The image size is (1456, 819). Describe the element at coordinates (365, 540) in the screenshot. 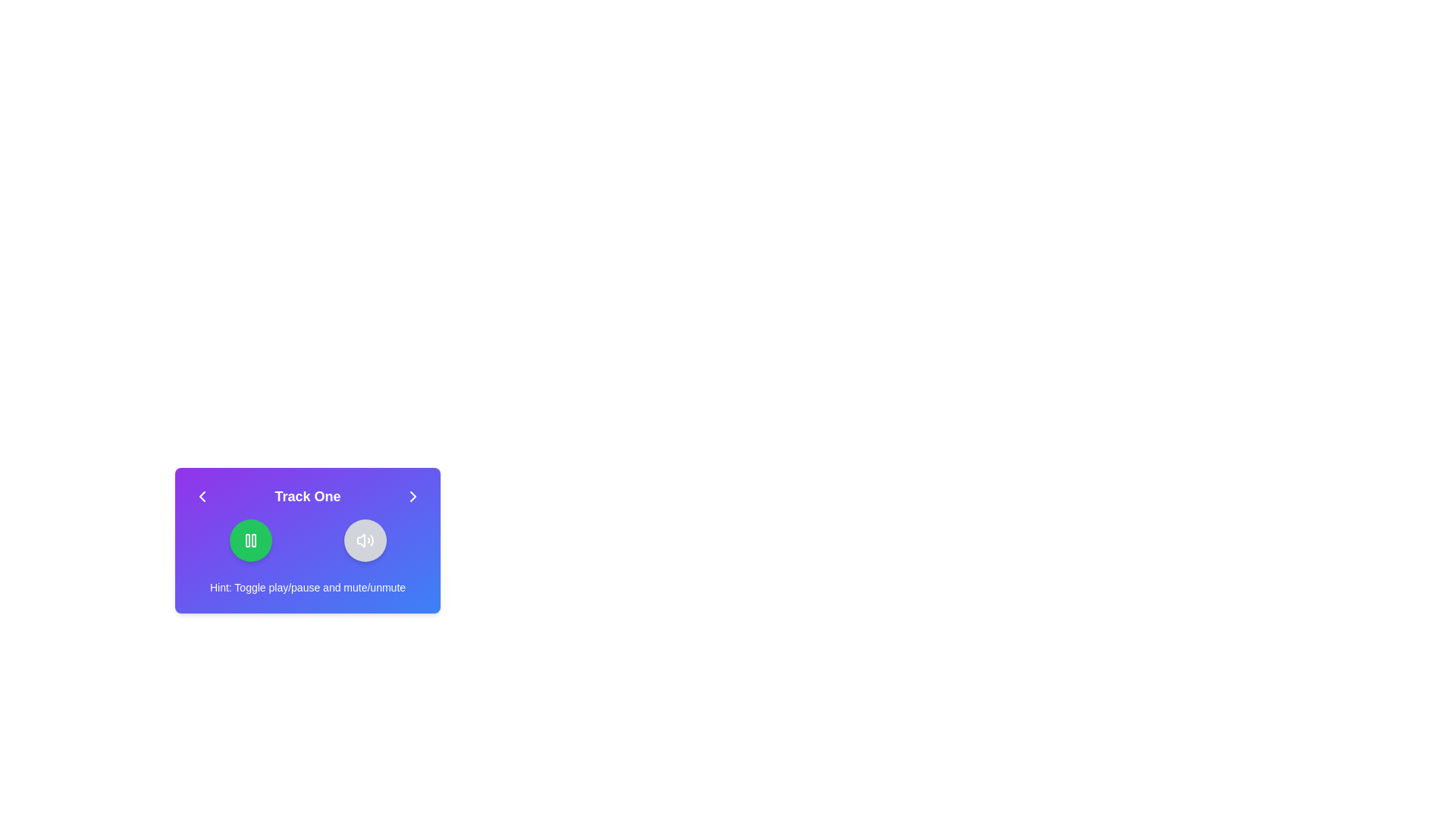

I see `the speaker icon with sound waves, which is centrally placed inside a circular button with a gray background` at that location.